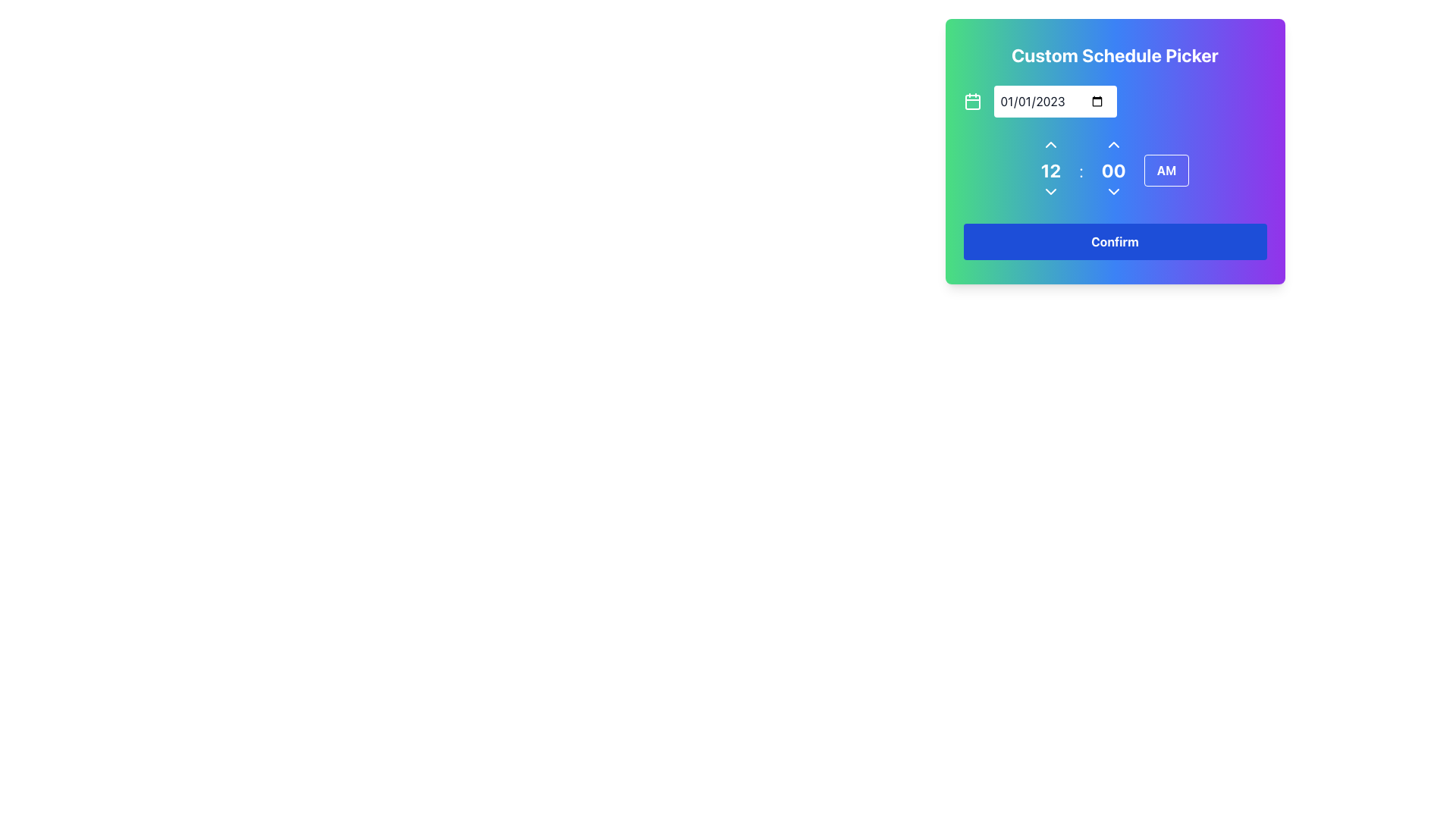 The height and width of the screenshot is (819, 1456). Describe the element at coordinates (1113, 170) in the screenshot. I see `the numeral '00' text display, which is styled in bold and large text, positioned centrally in the time selector area between upward and downward arrow buttons` at that location.